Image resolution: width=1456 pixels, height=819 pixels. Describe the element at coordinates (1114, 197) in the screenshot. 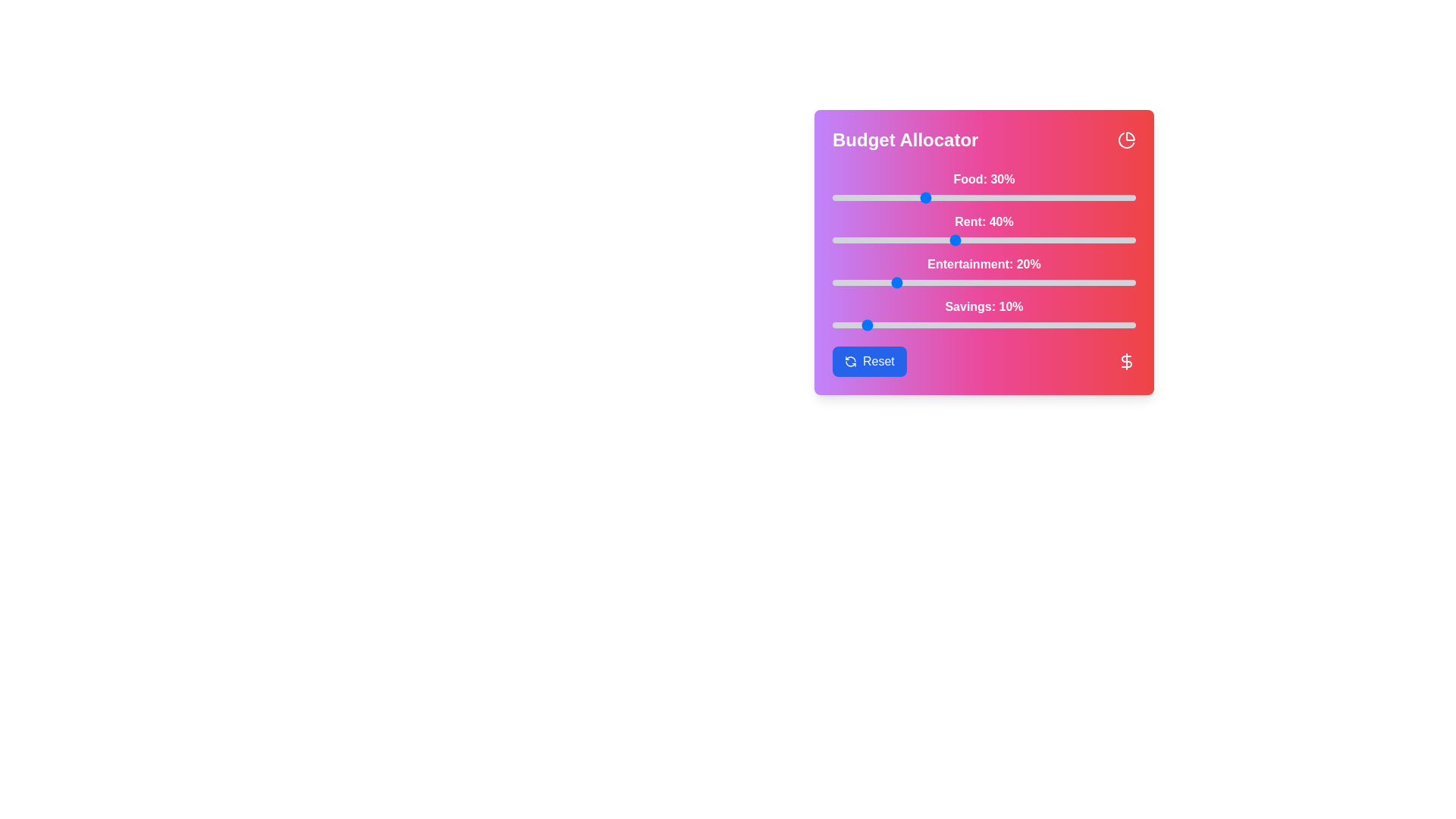

I see `'Food' slider` at that location.